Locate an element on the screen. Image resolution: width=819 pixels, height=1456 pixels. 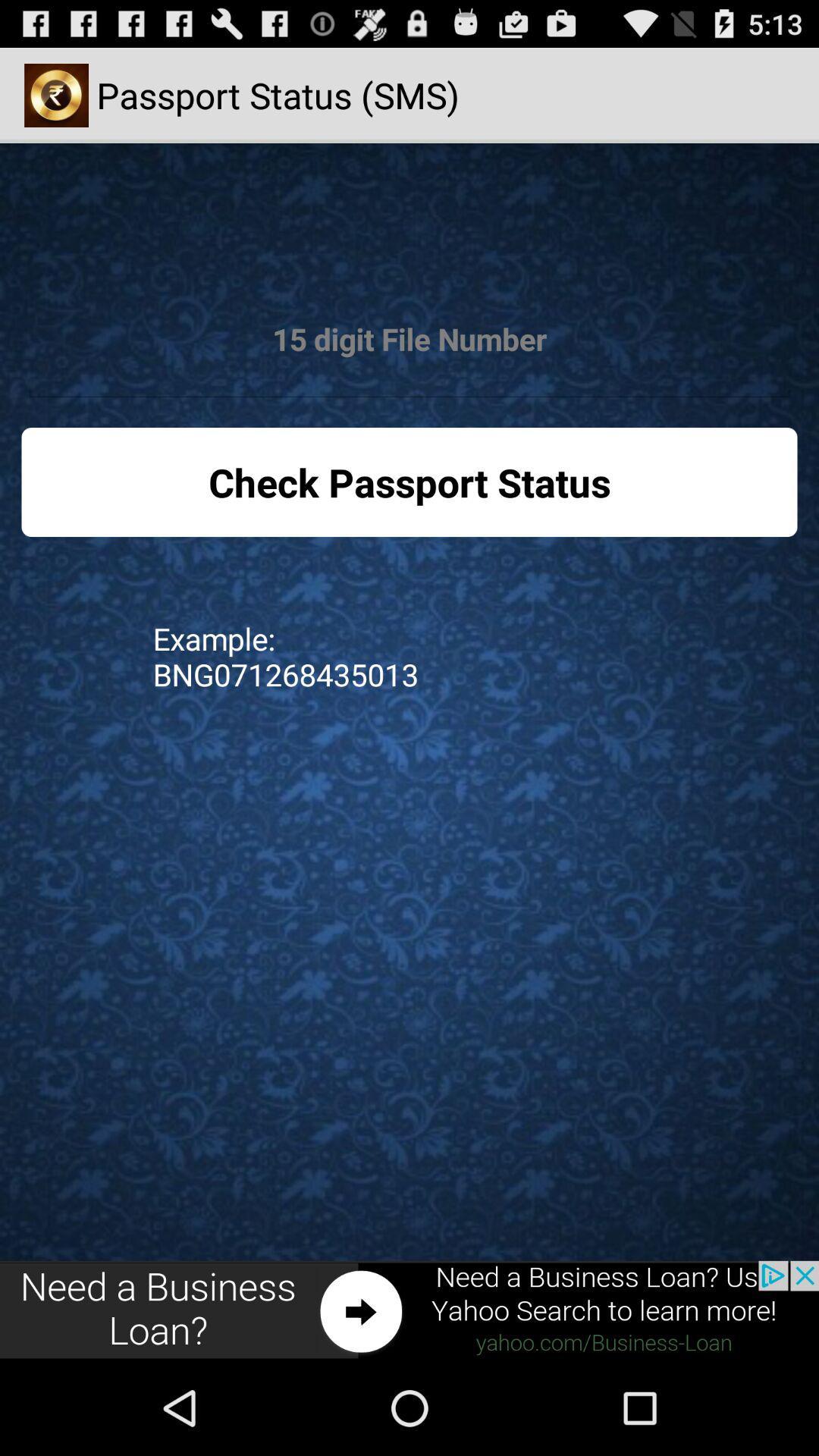
the advertisement 's website is located at coordinates (409, 1310).